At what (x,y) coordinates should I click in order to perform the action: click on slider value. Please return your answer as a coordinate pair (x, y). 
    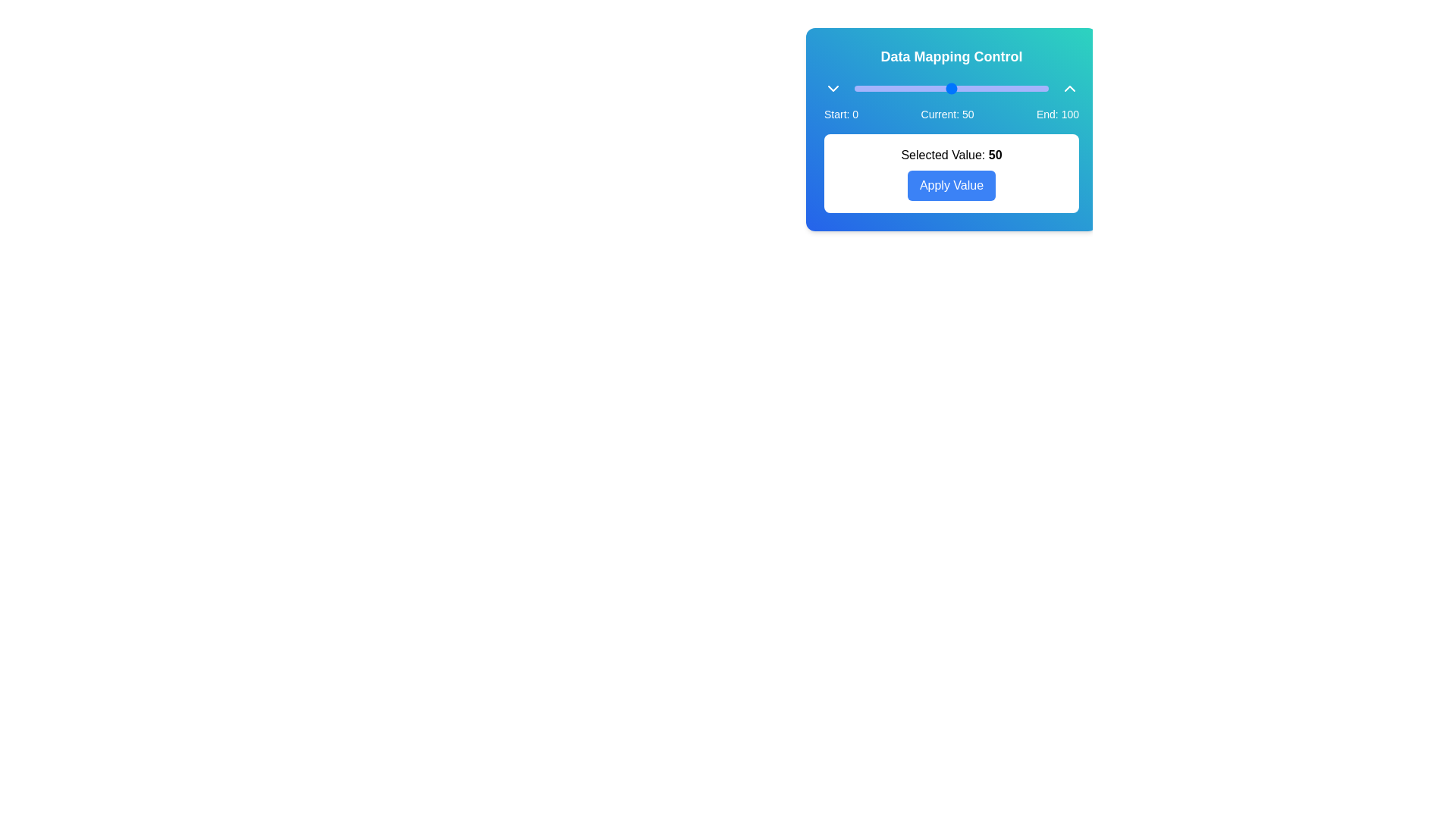
    Looking at the image, I should click on (864, 85).